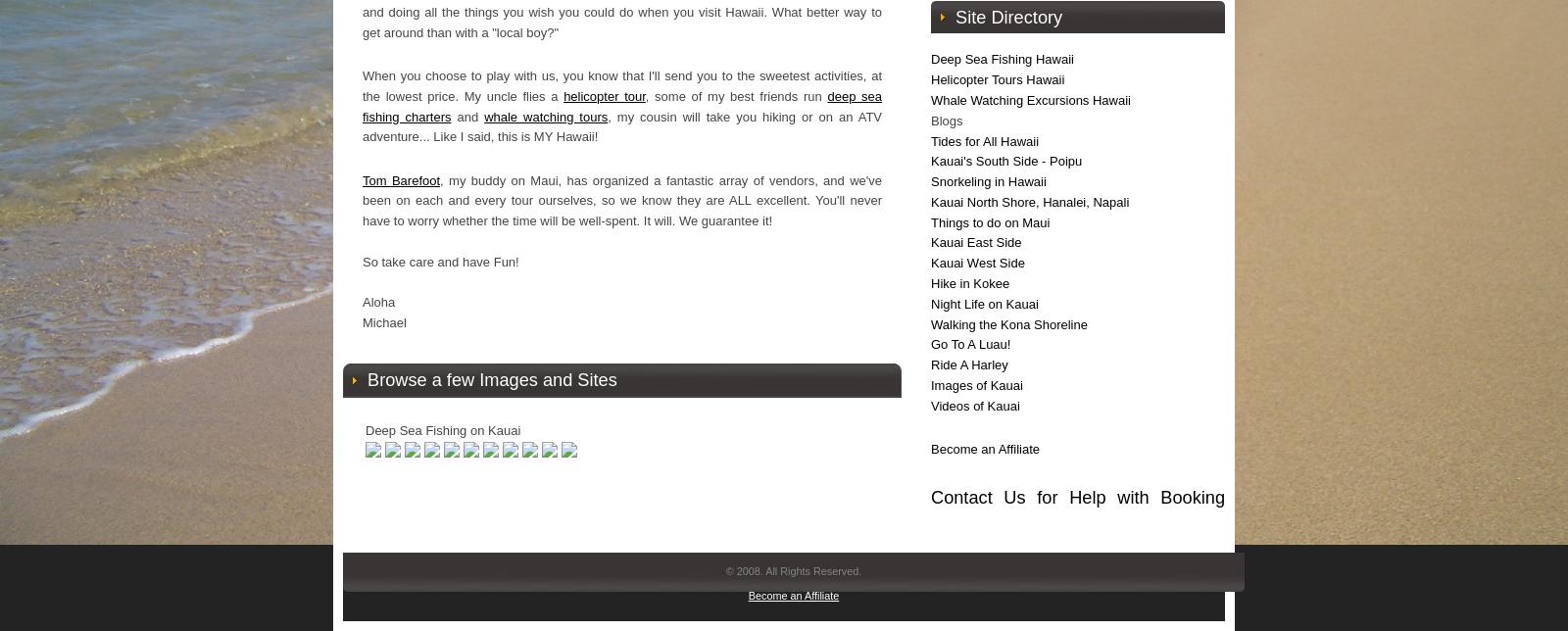 The width and height of the screenshot is (1568, 631). Describe the element at coordinates (997, 78) in the screenshot. I see `'Helicopter Tours Hawaii'` at that location.